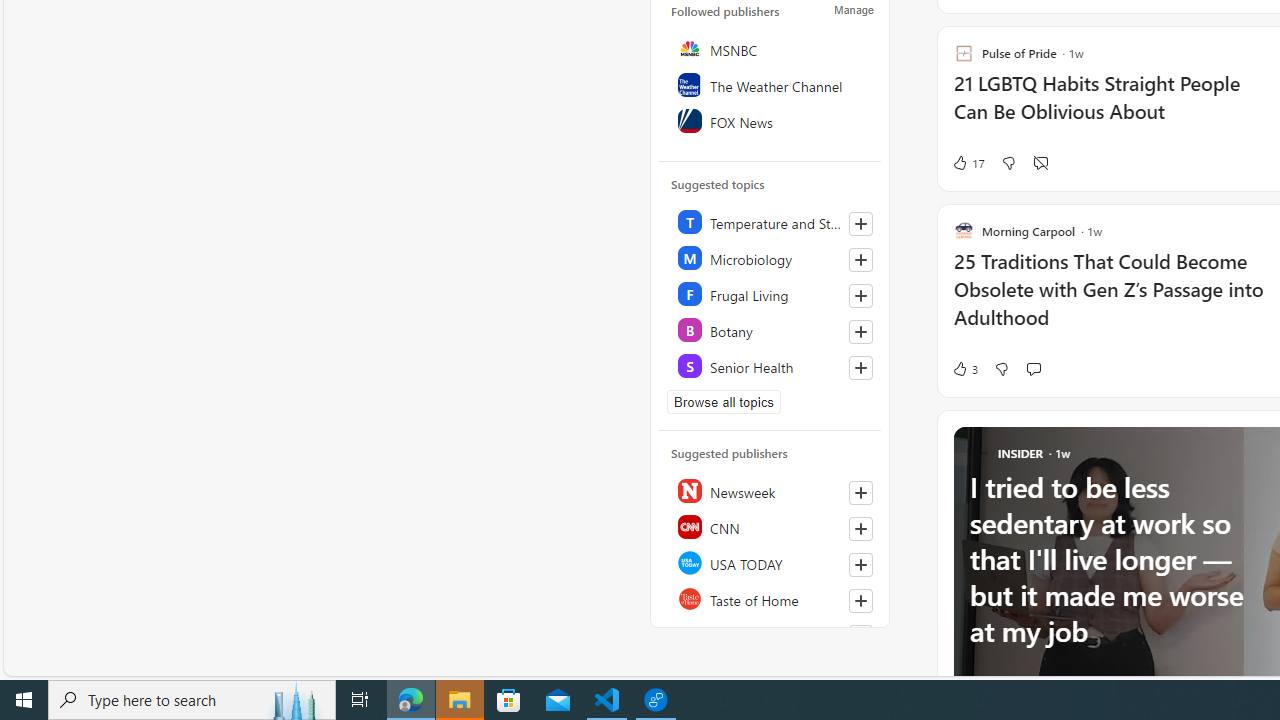  I want to click on 'Follow this topic', so click(860, 367).